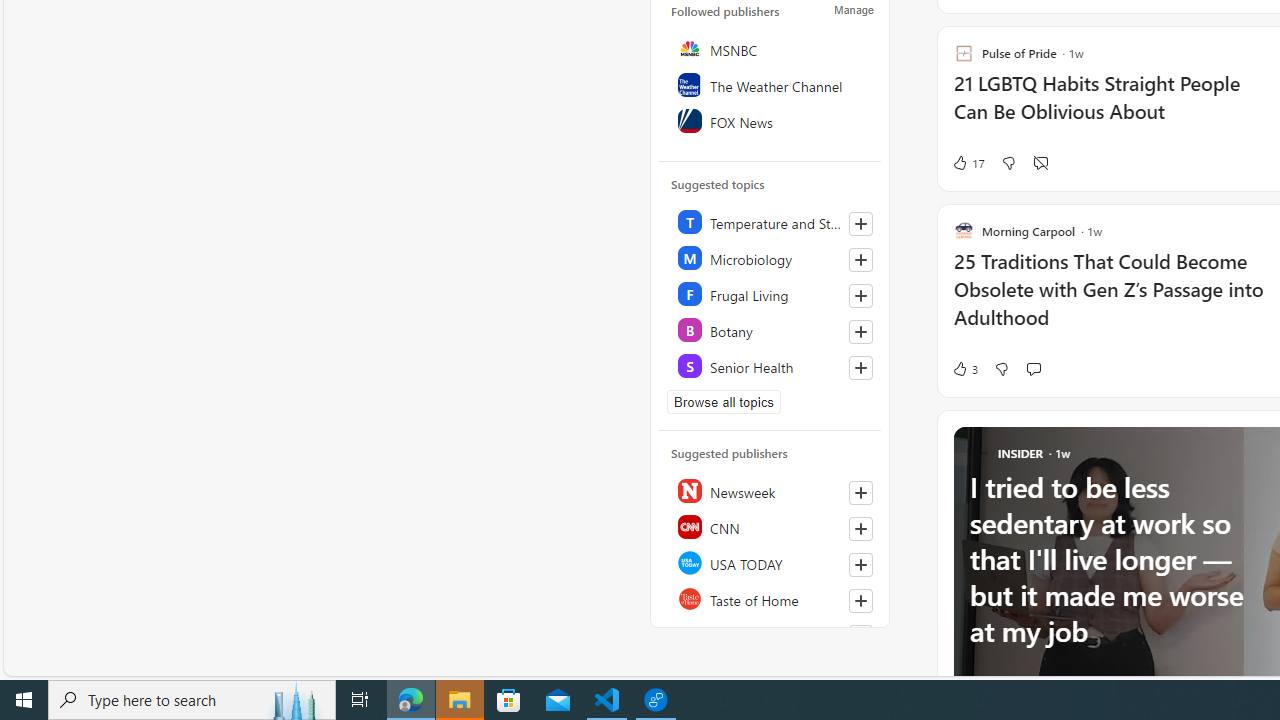  I want to click on 'Follow this topic', so click(860, 367).